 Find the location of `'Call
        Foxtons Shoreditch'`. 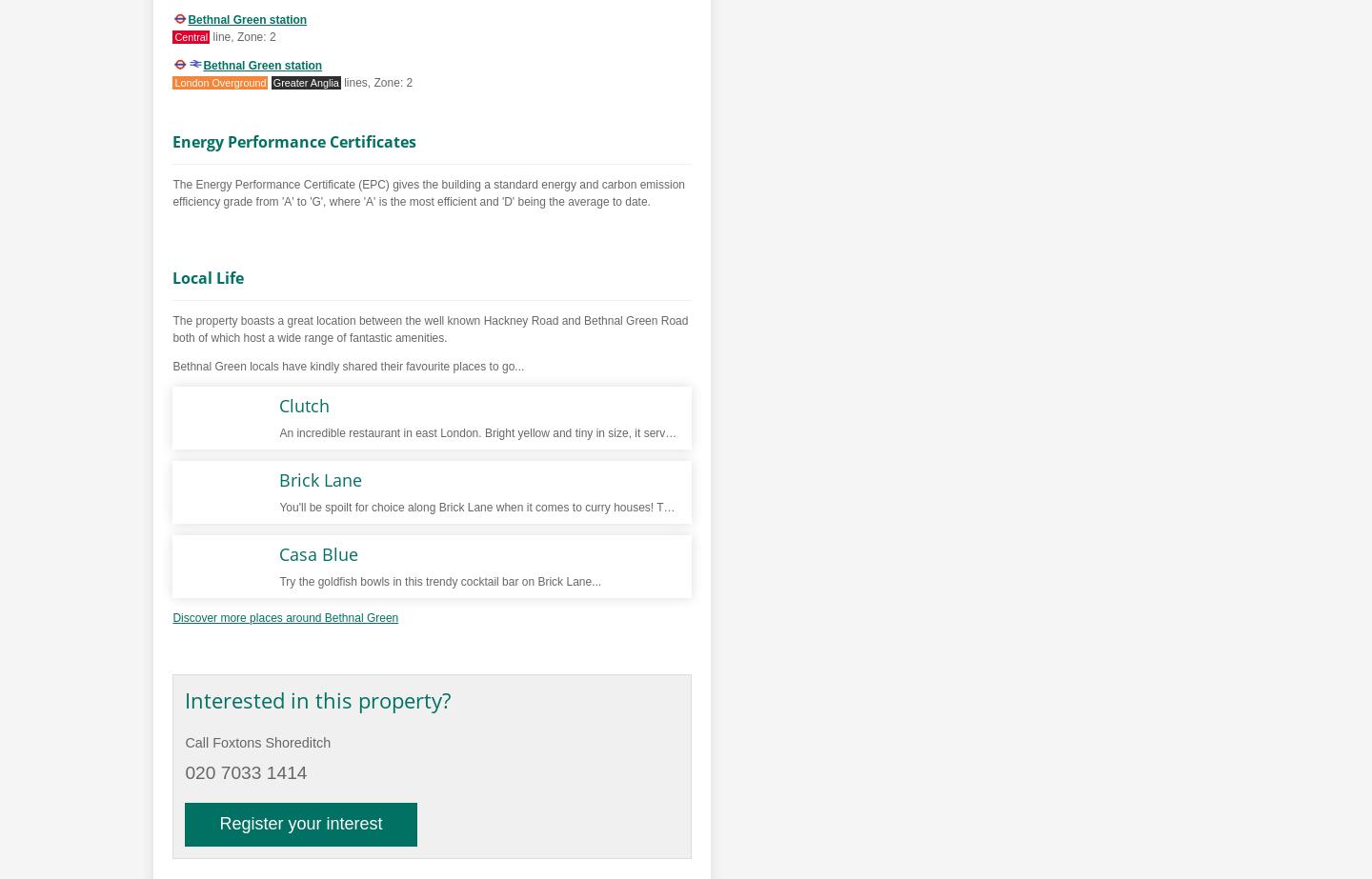

'Call
        Foxtons Shoreditch' is located at coordinates (256, 742).